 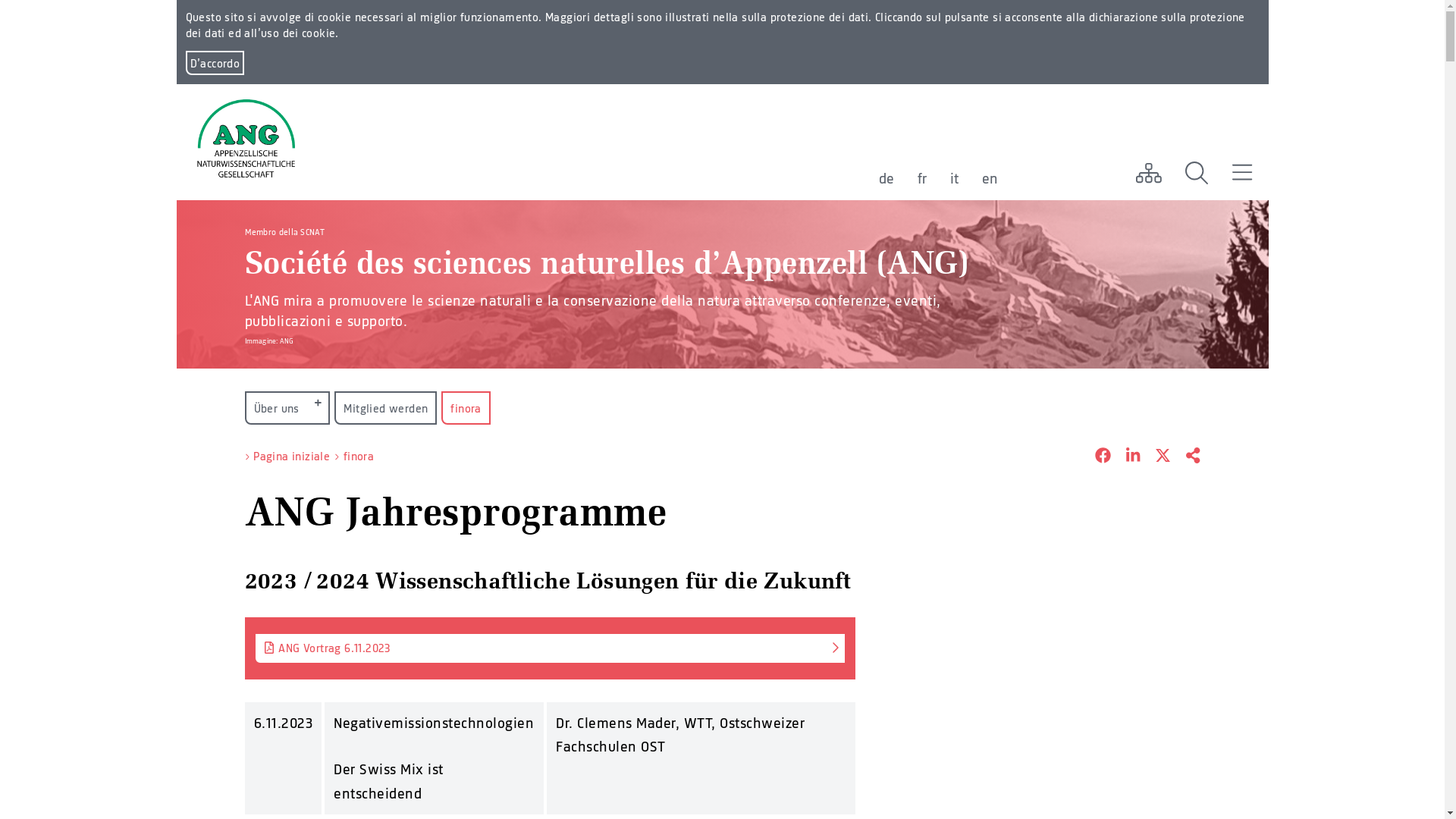 What do you see at coordinates (284, 231) in the screenshot?
I see `'Membro della SCNAT'` at bounding box center [284, 231].